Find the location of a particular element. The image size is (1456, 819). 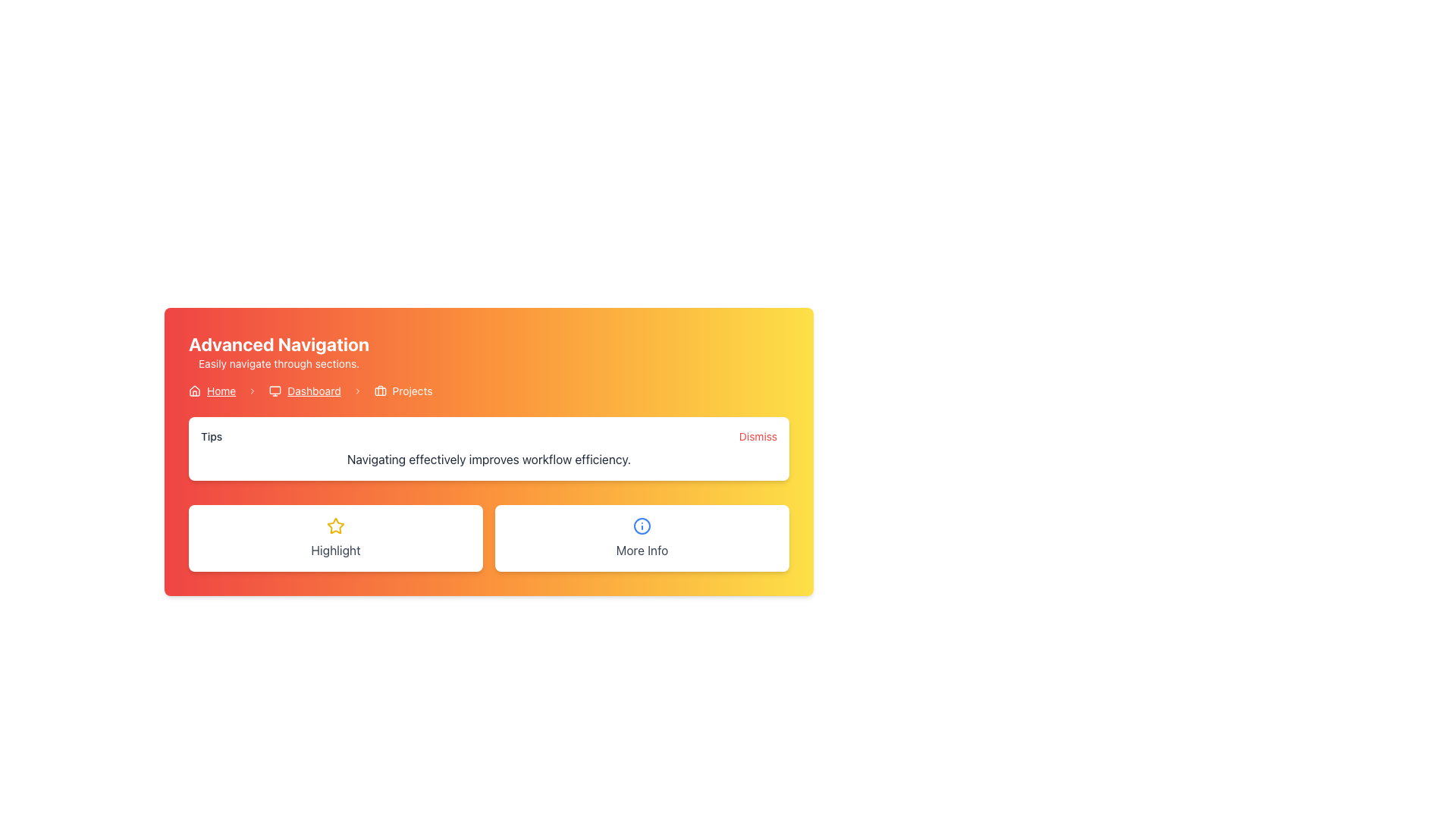

the 'Tips' text label located at the top left of the white section of the interface, which presents the heading or topic label is located at coordinates (211, 436).